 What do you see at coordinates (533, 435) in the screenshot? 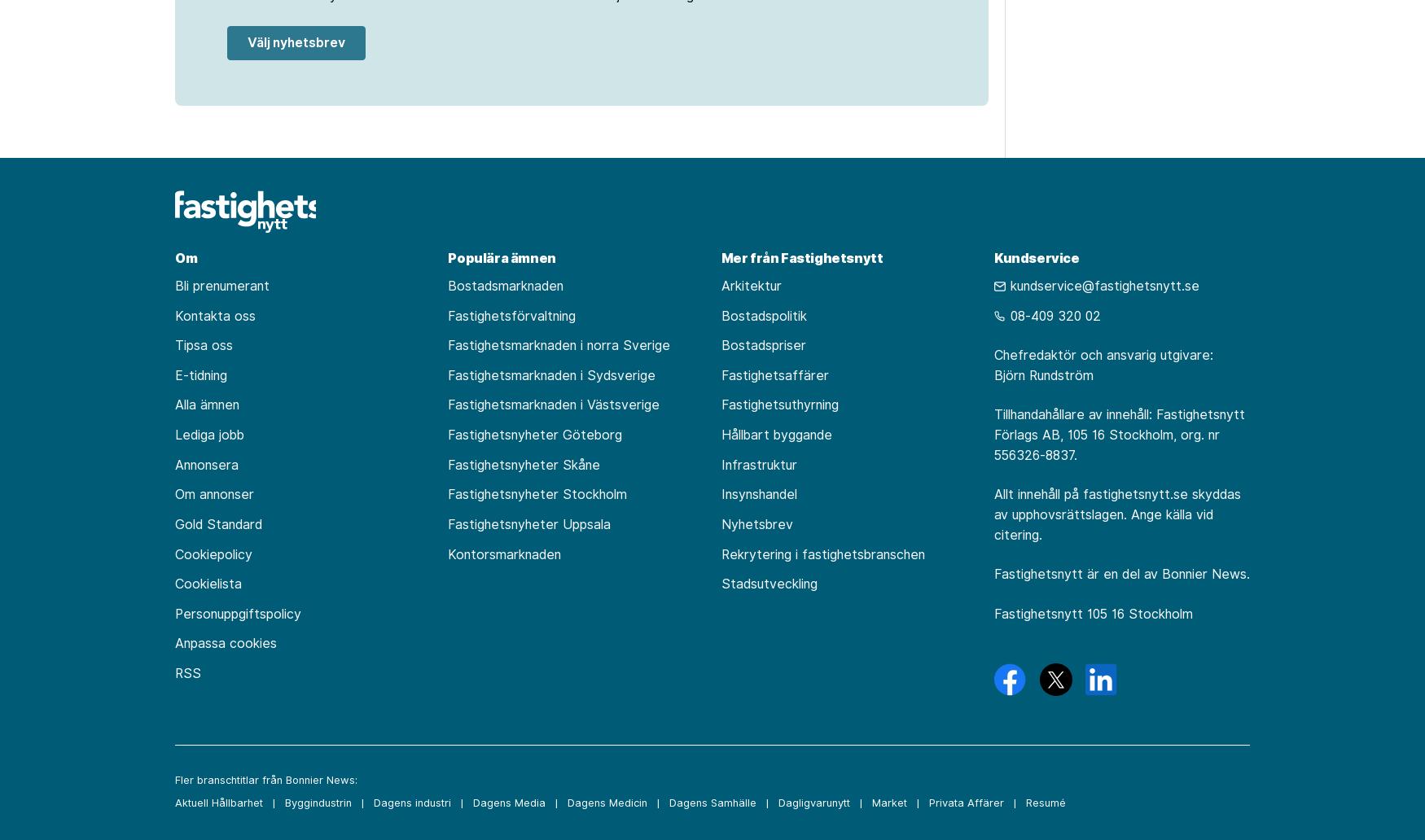
I see `'Fastighetsnyheter Göteborg'` at bounding box center [533, 435].